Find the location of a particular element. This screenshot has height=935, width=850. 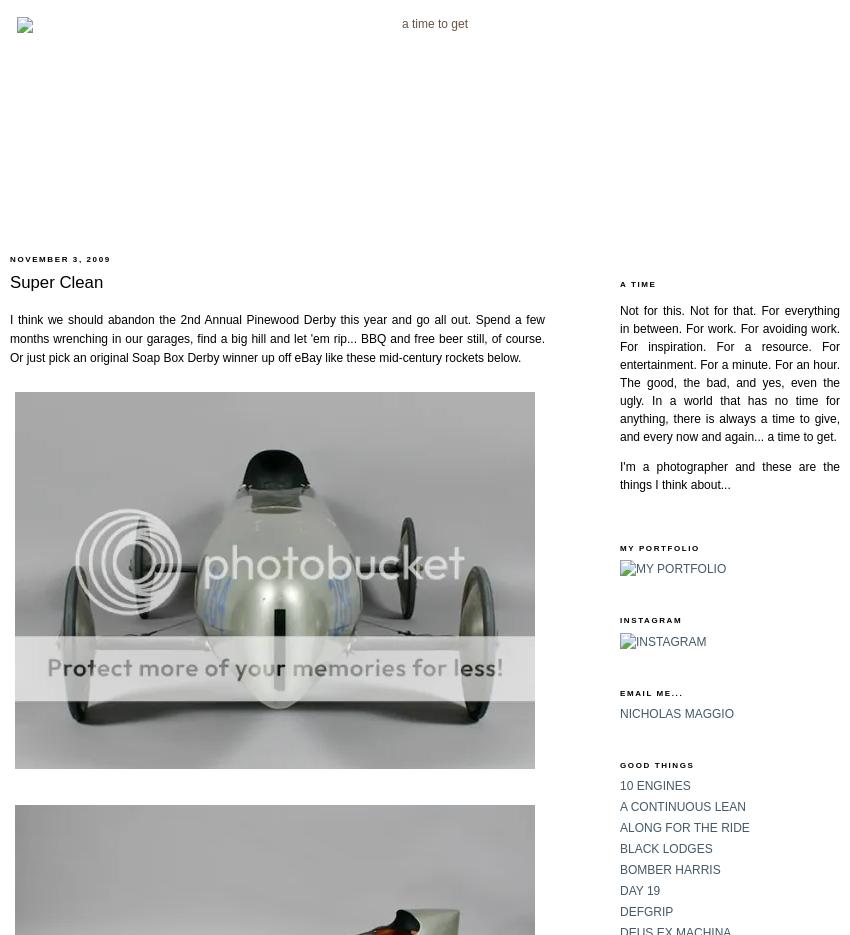

'BOMBER HARRIS' is located at coordinates (669, 867).